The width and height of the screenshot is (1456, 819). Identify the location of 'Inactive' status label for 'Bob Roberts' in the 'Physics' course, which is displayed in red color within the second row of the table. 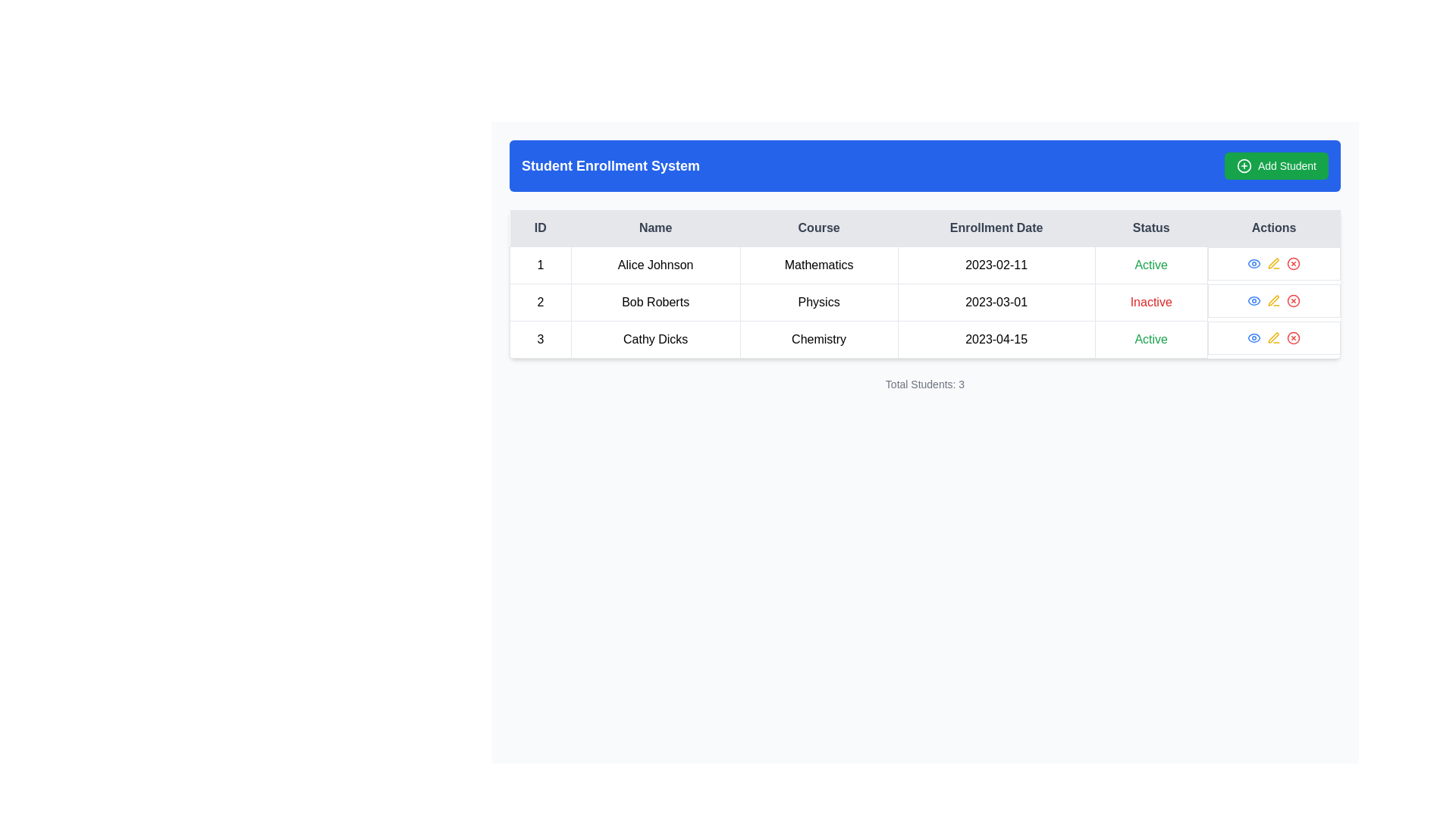
(1151, 302).